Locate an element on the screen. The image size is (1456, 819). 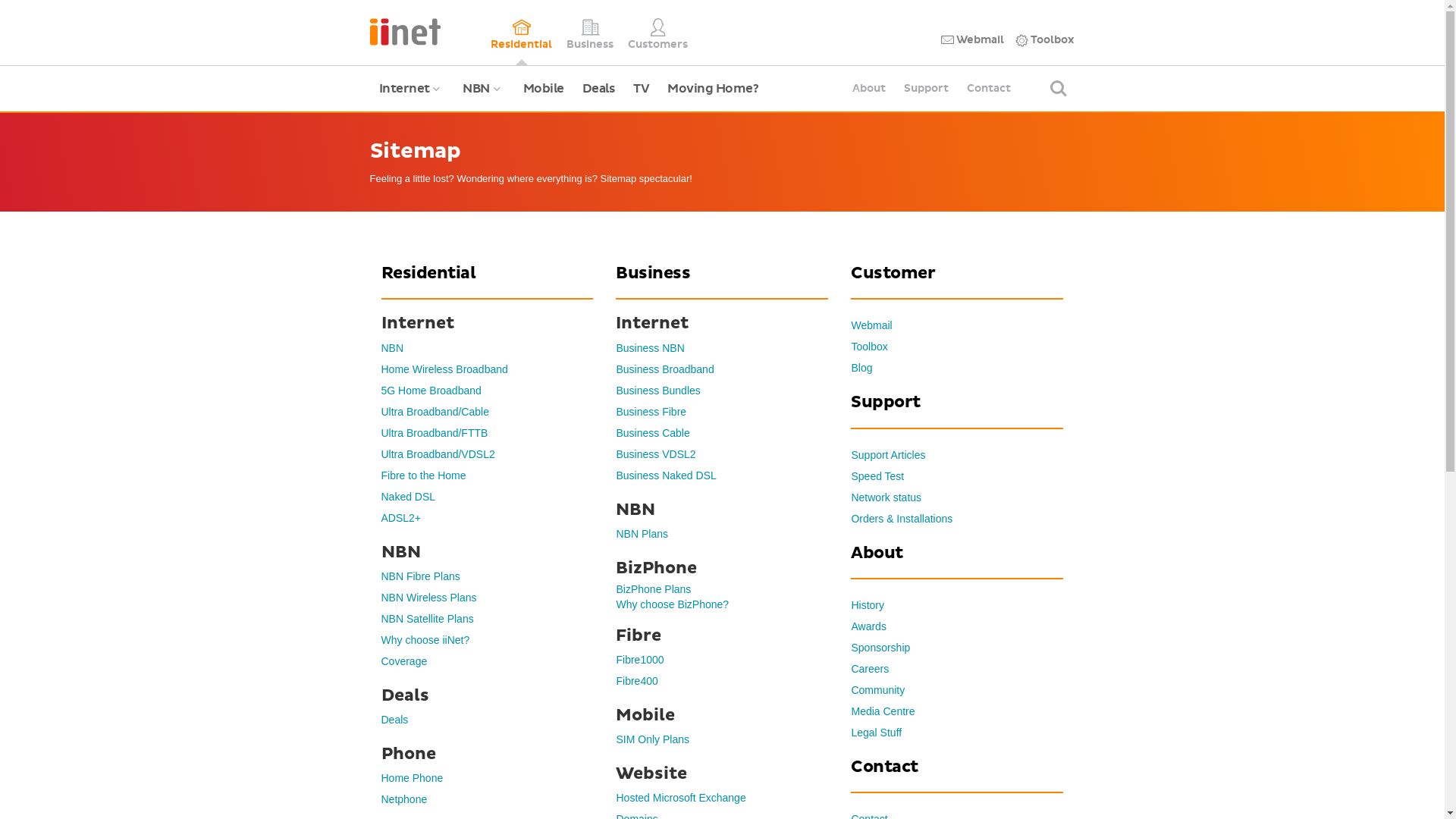
'Blog' is located at coordinates (861, 368).